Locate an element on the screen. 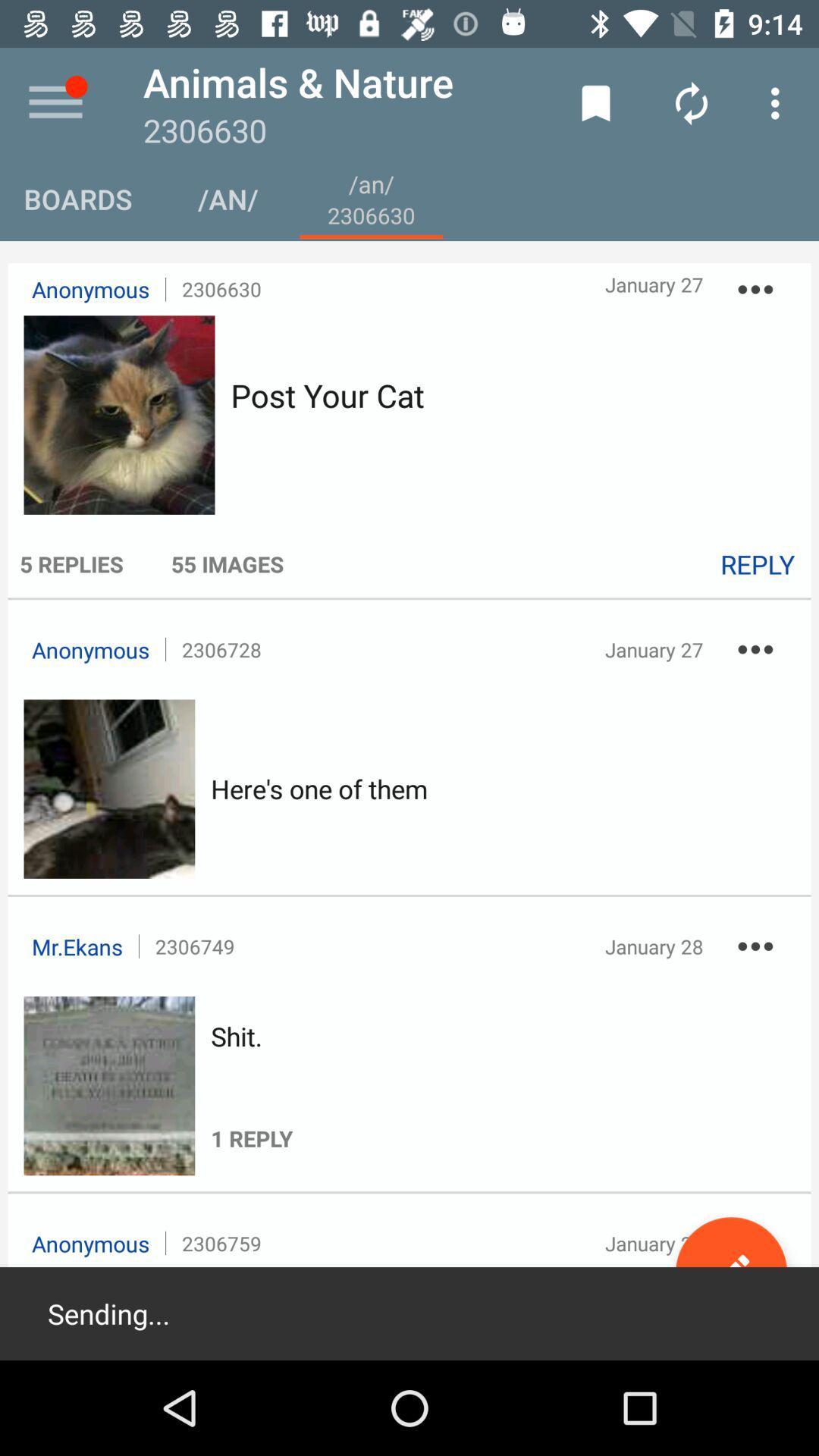 The height and width of the screenshot is (1456, 819). item to the left of animals & nature is located at coordinates (55, 102).